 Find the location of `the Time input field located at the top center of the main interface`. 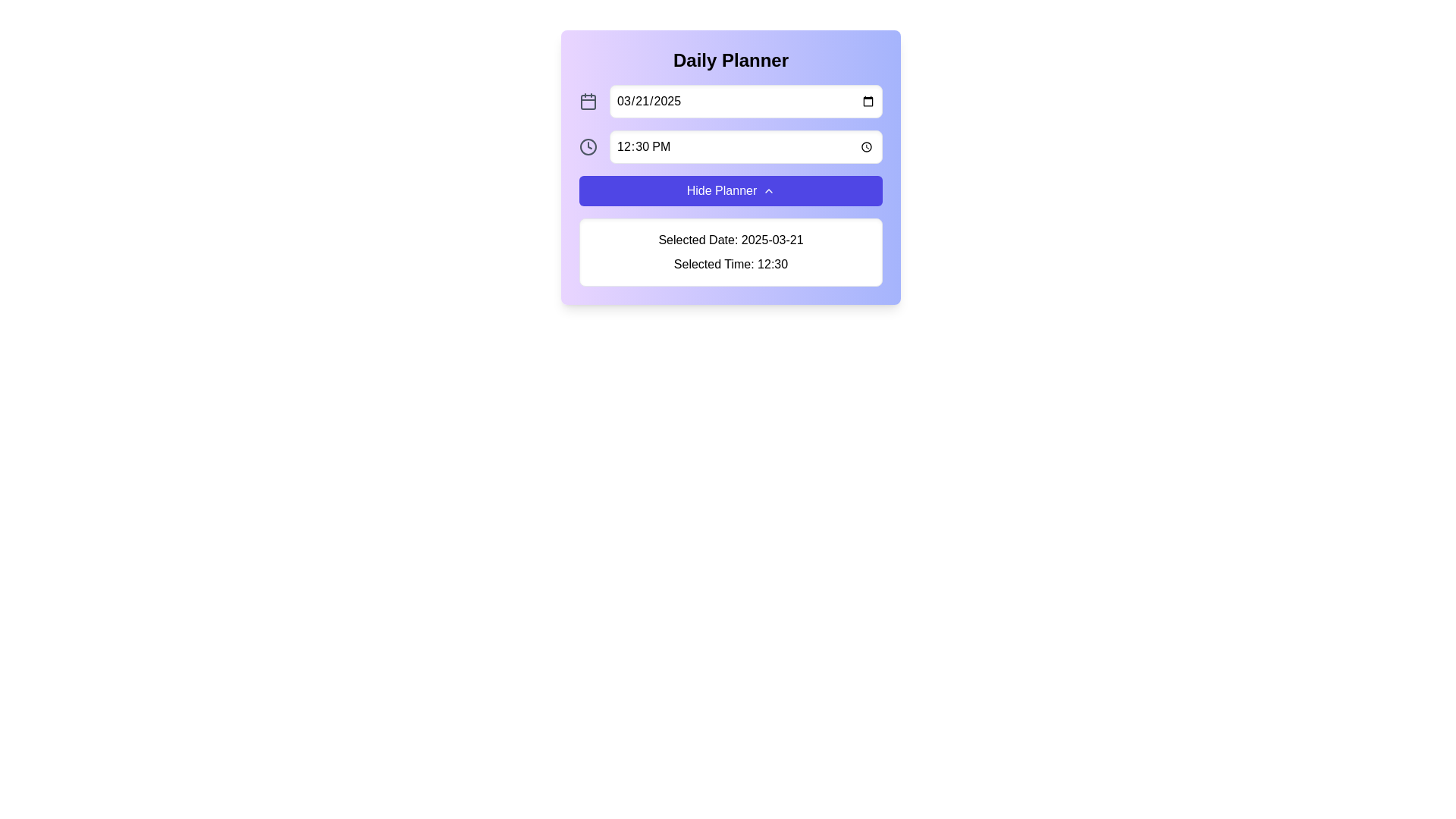

the Time input field located at the top center of the main interface is located at coordinates (745, 146).